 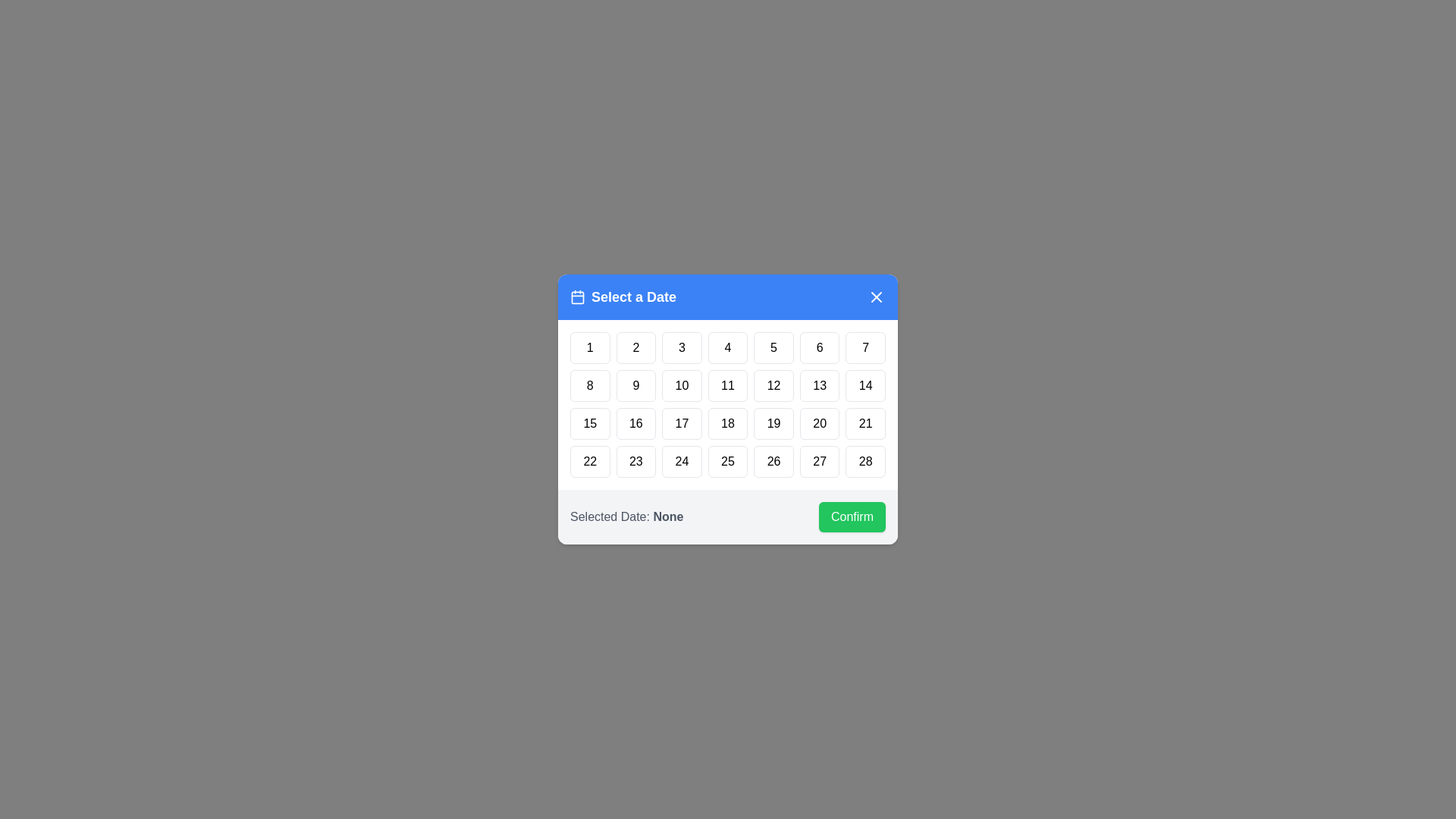 I want to click on the day button labeled 24 to highlight it, so click(x=680, y=461).